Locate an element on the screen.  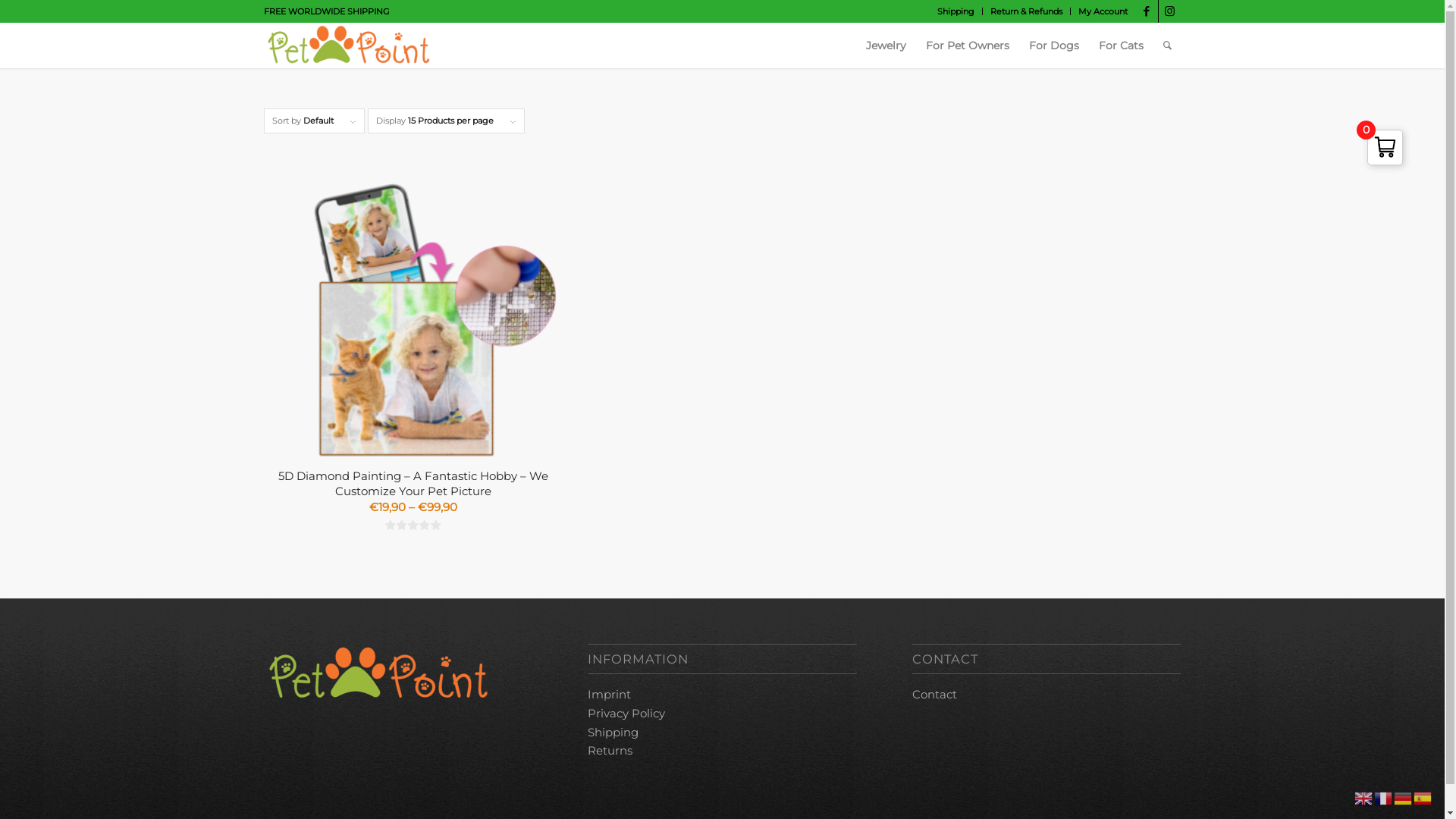
'For Cats' is located at coordinates (1087, 45).